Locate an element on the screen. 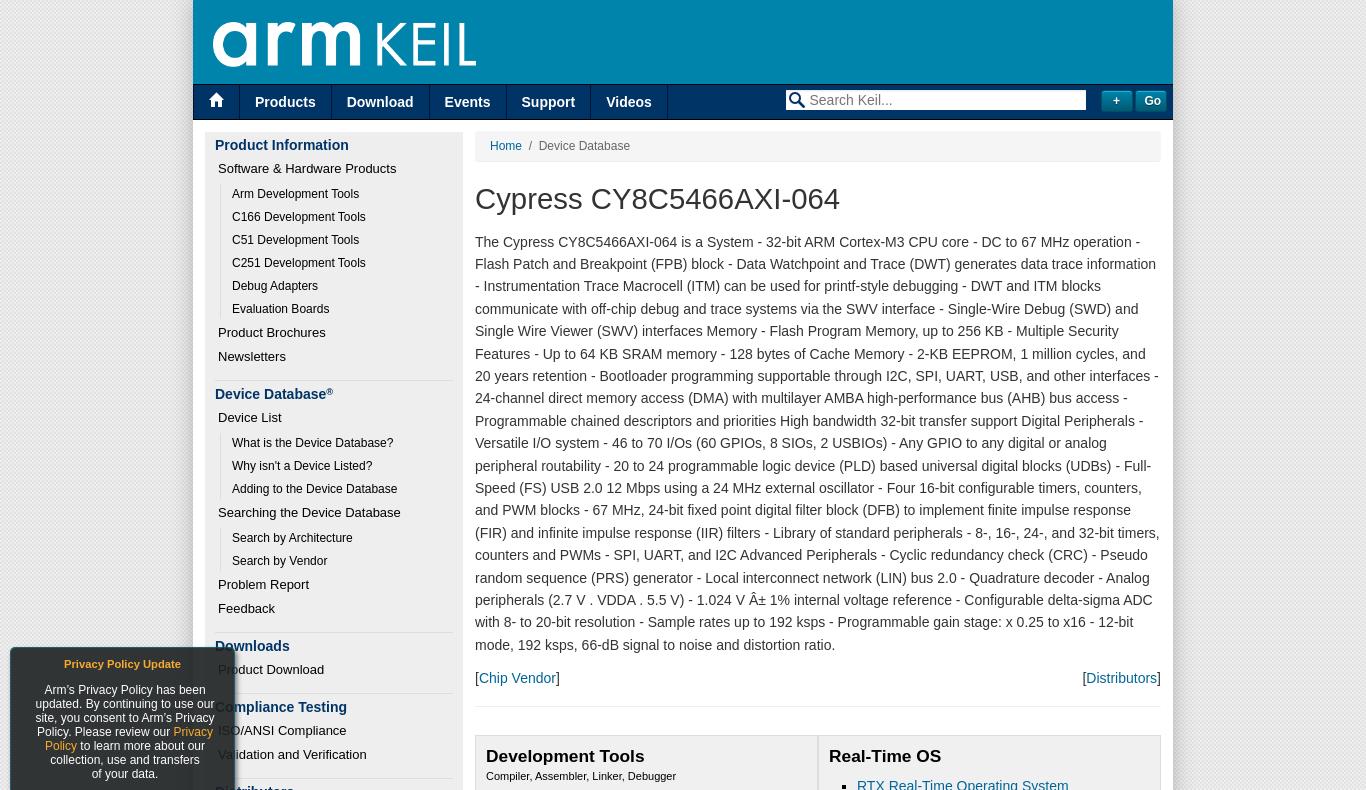  'Arm Development Tools' is located at coordinates (231, 193).